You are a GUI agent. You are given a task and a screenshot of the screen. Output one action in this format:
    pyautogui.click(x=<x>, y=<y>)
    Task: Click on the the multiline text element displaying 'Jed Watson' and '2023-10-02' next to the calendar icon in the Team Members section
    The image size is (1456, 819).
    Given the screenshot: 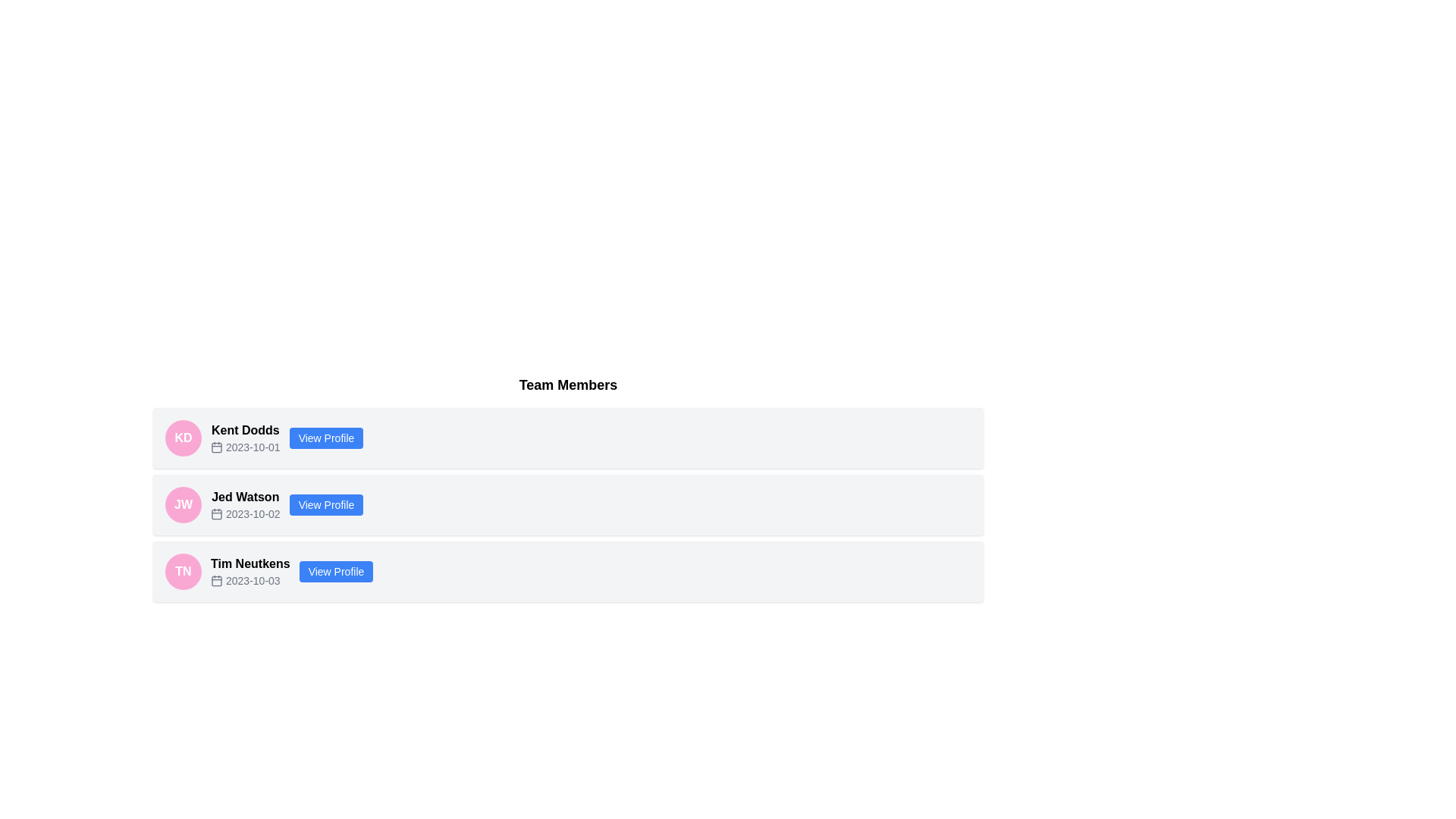 What is the action you would take?
    pyautogui.click(x=245, y=505)
    